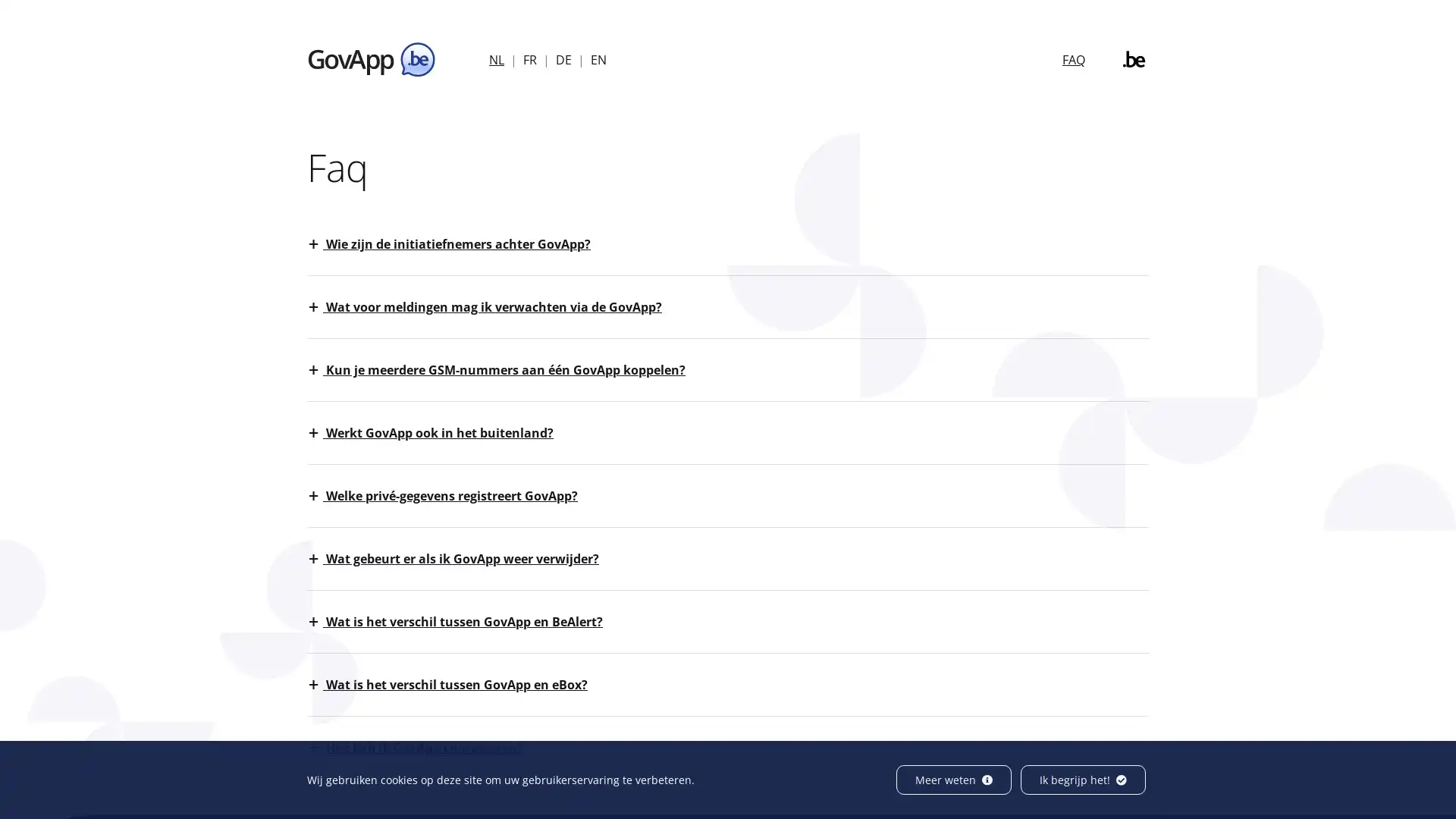 Image resolution: width=1456 pixels, height=819 pixels. Describe the element at coordinates (450, 496) in the screenshot. I see `+ Welke prive-gegevens registreert GovApp?` at that location.